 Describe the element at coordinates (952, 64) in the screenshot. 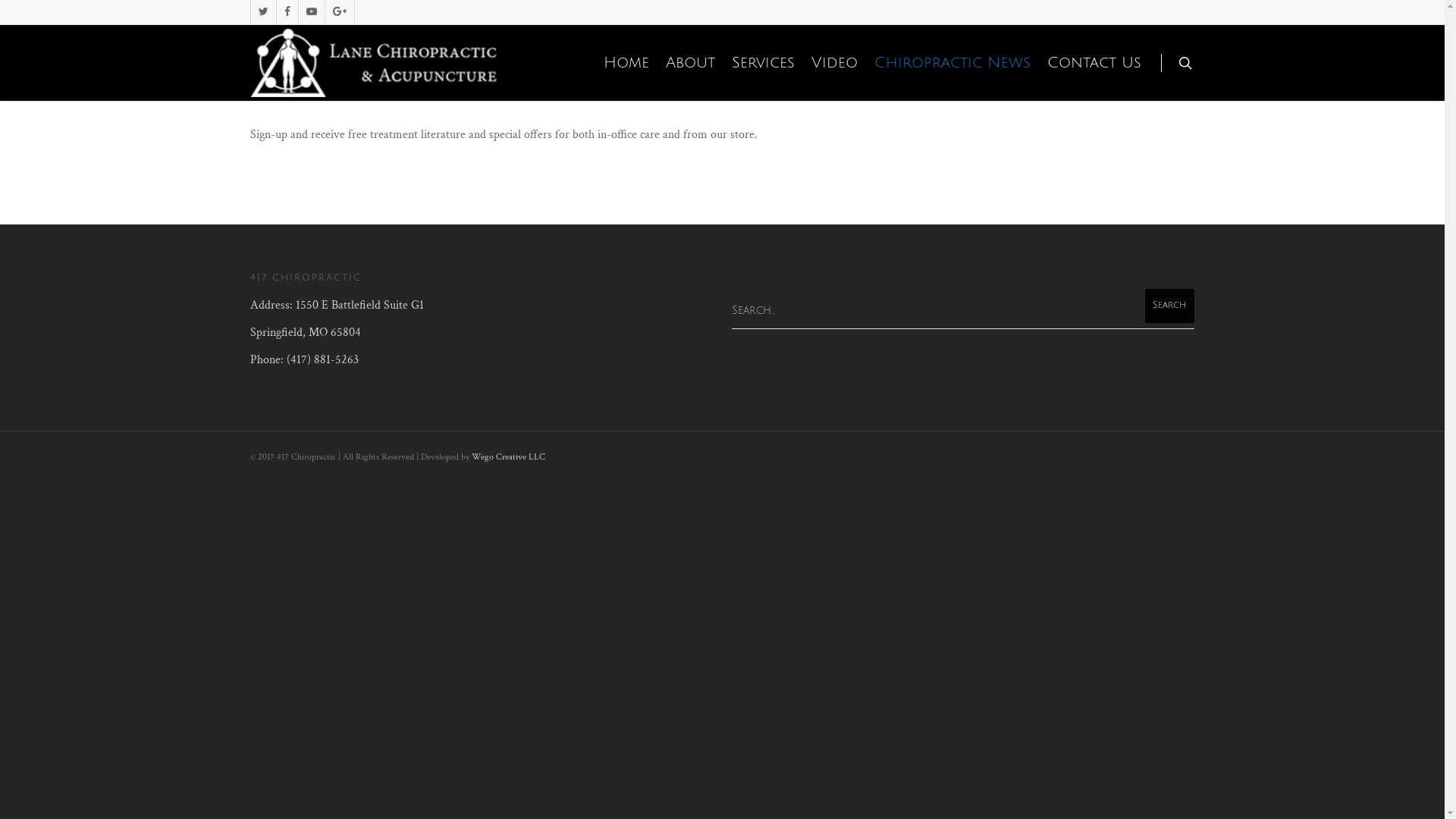

I see `'Chiropractic News'` at that location.